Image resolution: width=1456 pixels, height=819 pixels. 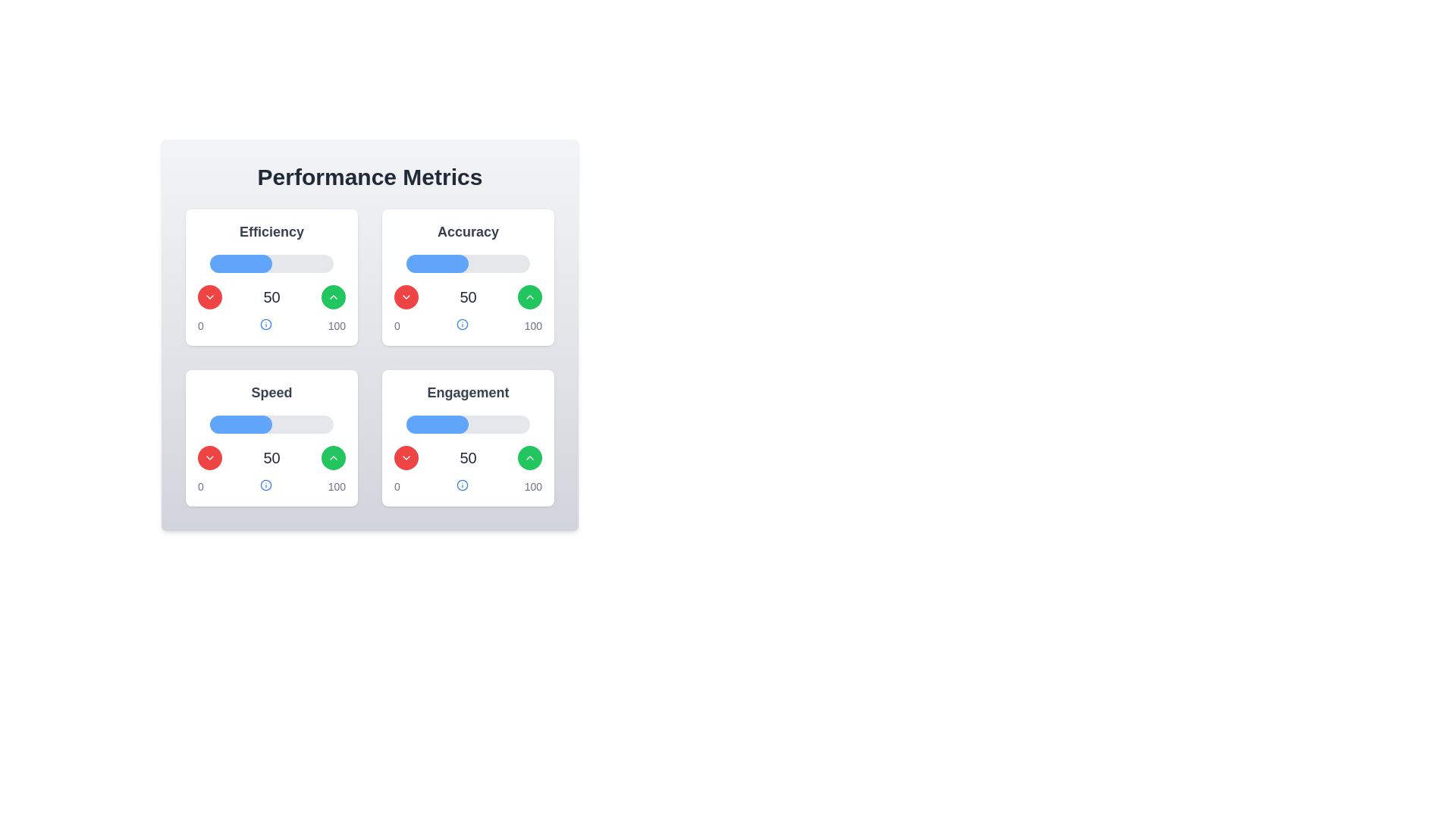 What do you see at coordinates (318, 262) in the screenshot?
I see `the efficiency value` at bounding box center [318, 262].